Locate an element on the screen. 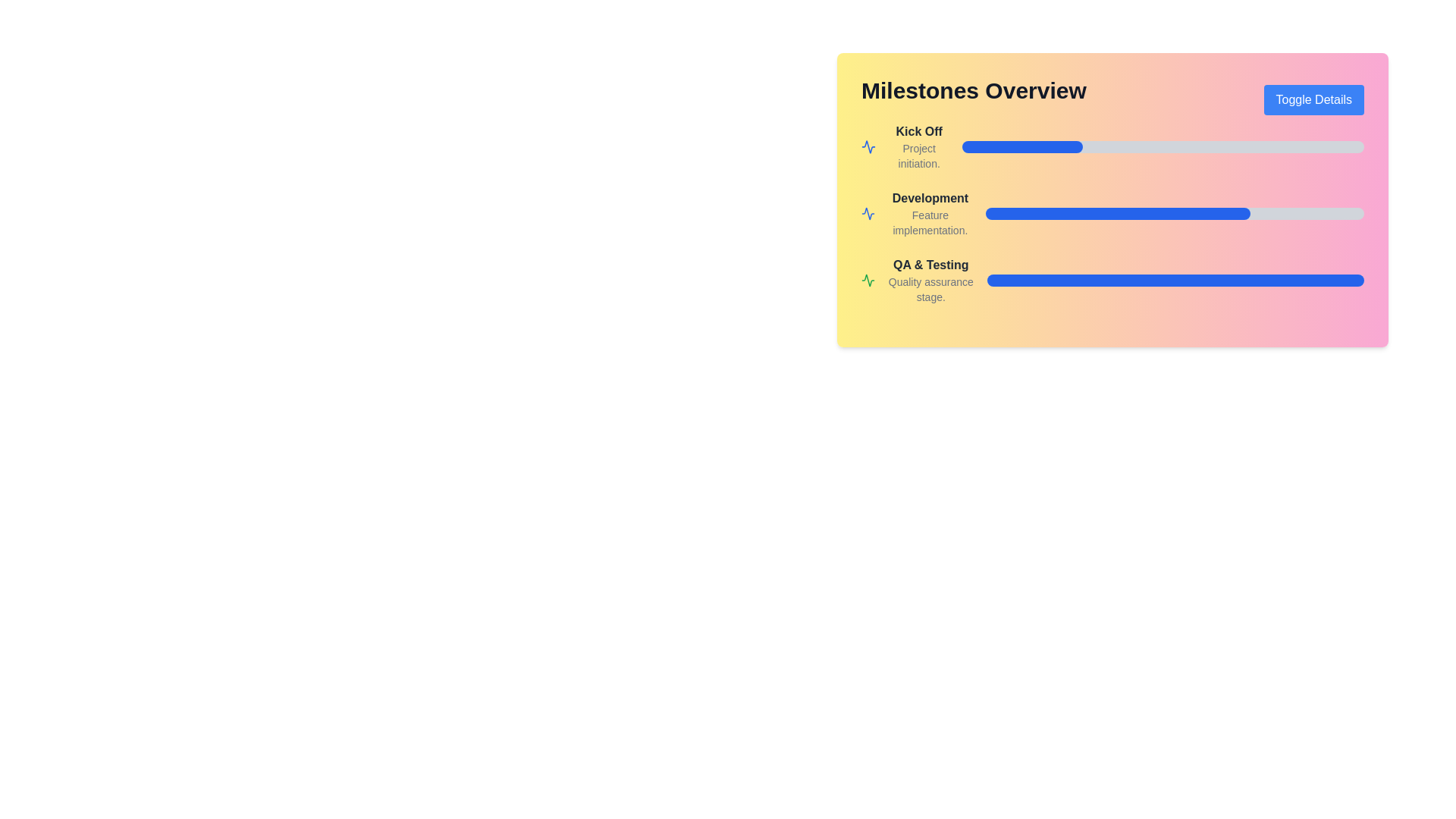 This screenshot has height=819, width=1456. the second text label in the 'Milestones Overview' section, which serves as a label for a milestone positioned below 'Kick Off' and above 'QA & Testing' is located at coordinates (929, 198).